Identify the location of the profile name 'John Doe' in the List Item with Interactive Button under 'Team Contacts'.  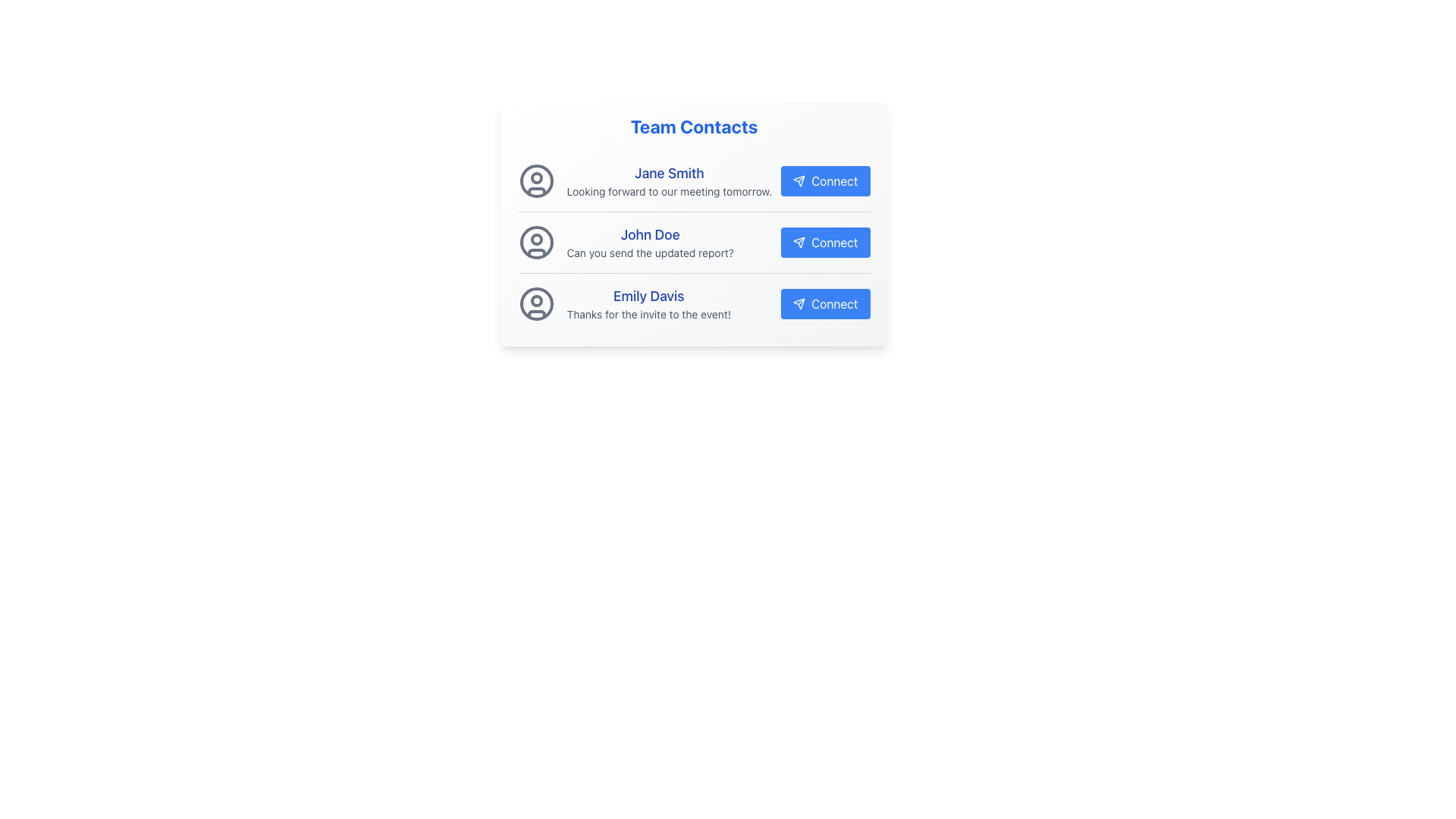
(693, 242).